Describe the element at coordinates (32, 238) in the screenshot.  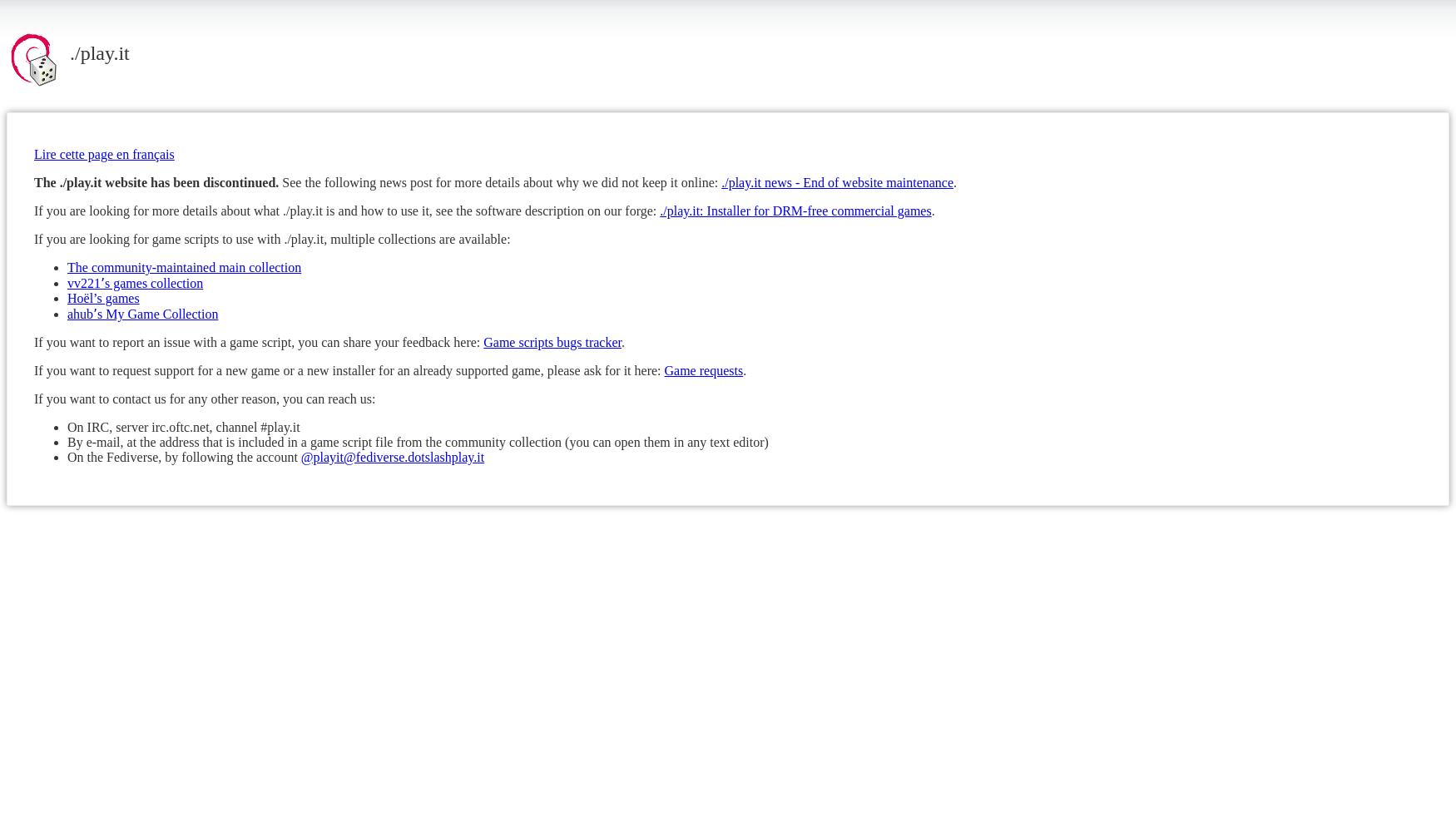
I see `'If you are looking for game scripts to use with ./play.it, multiple collections are available:'` at that location.